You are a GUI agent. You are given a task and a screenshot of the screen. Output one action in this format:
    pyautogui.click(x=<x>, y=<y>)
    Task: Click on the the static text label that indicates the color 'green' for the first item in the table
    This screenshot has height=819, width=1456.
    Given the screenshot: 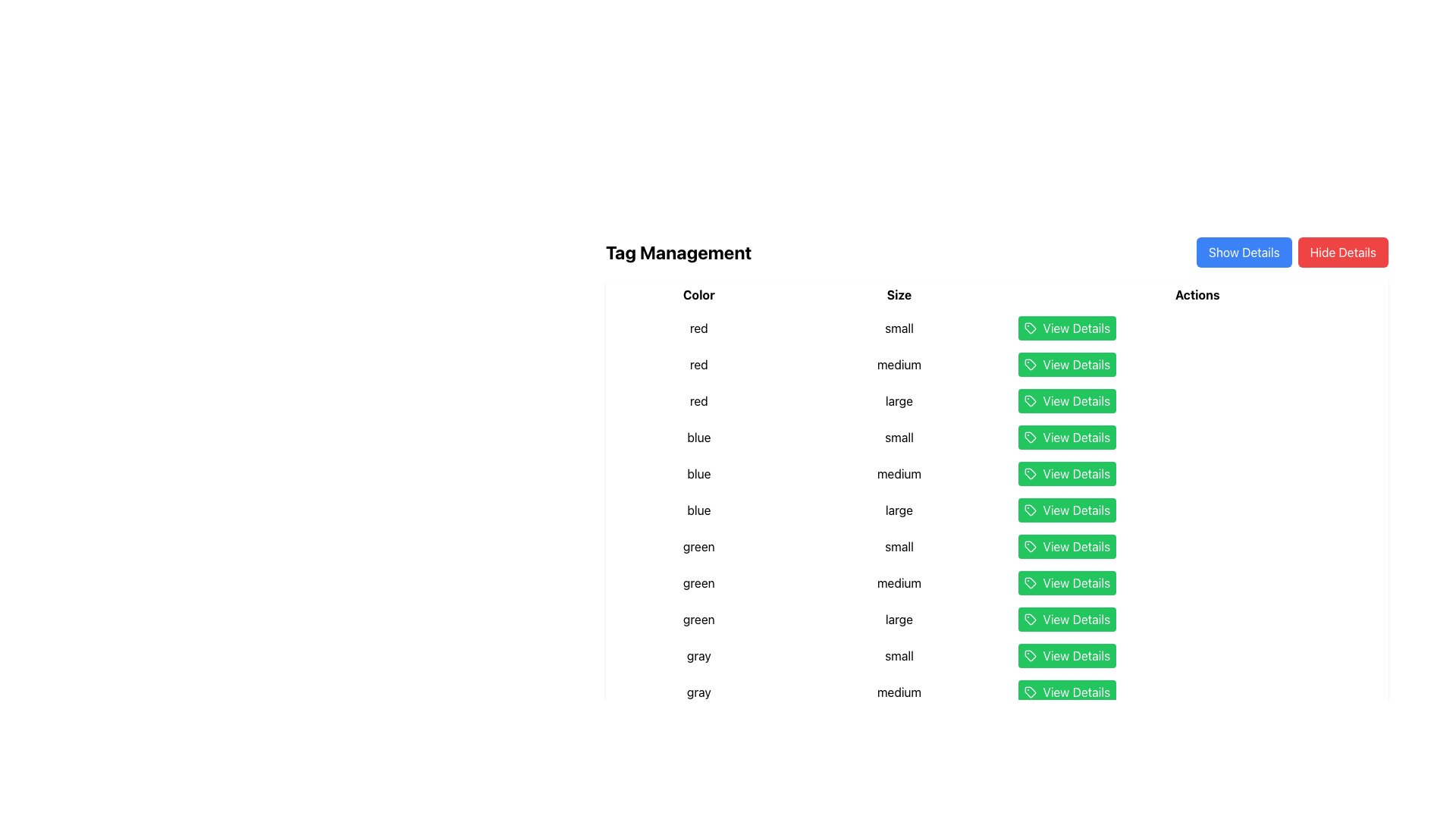 What is the action you would take?
    pyautogui.click(x=698, y=620)
    